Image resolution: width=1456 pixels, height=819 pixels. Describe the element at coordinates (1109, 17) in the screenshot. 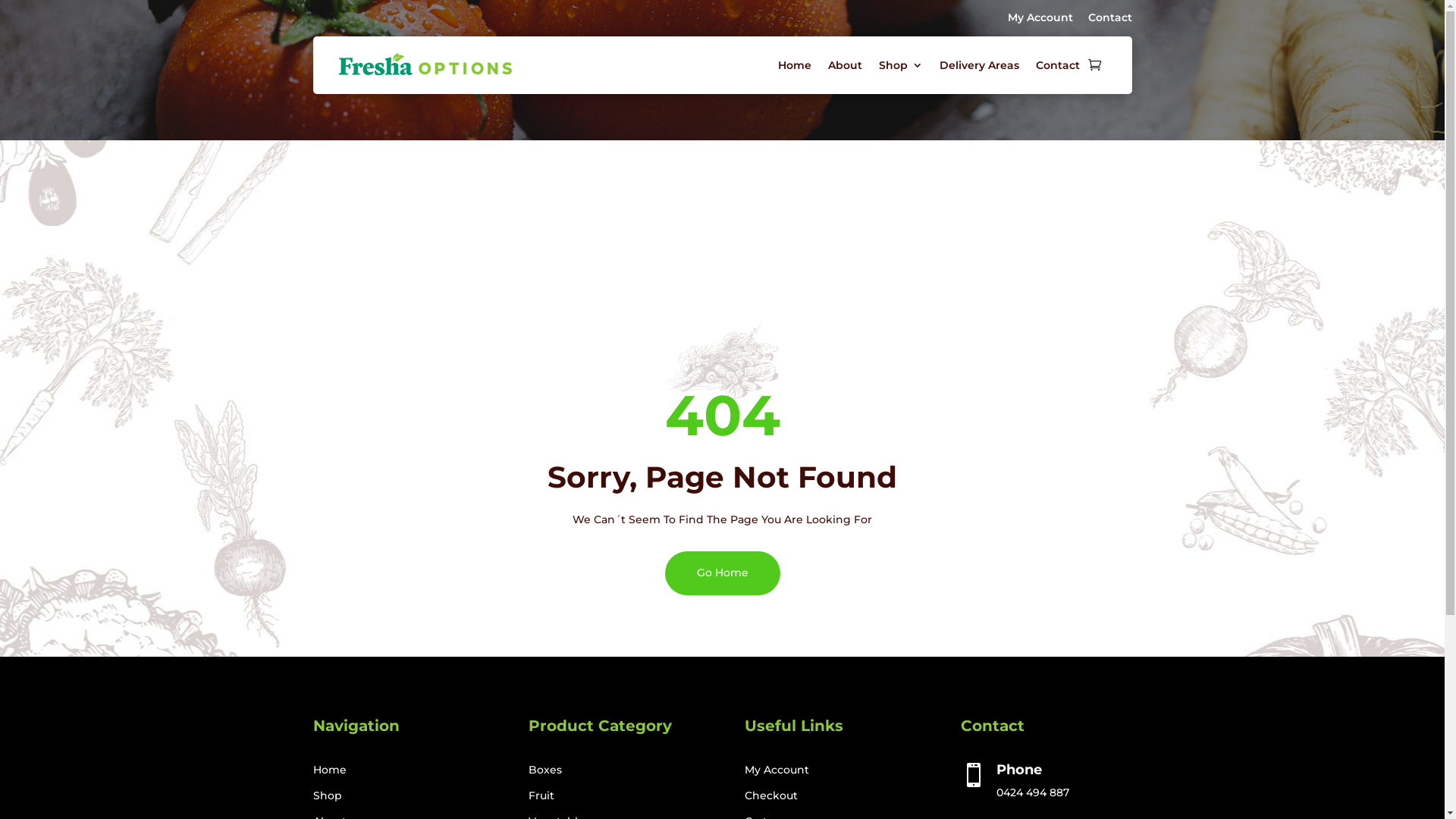

I see `'Contact'` at that location.